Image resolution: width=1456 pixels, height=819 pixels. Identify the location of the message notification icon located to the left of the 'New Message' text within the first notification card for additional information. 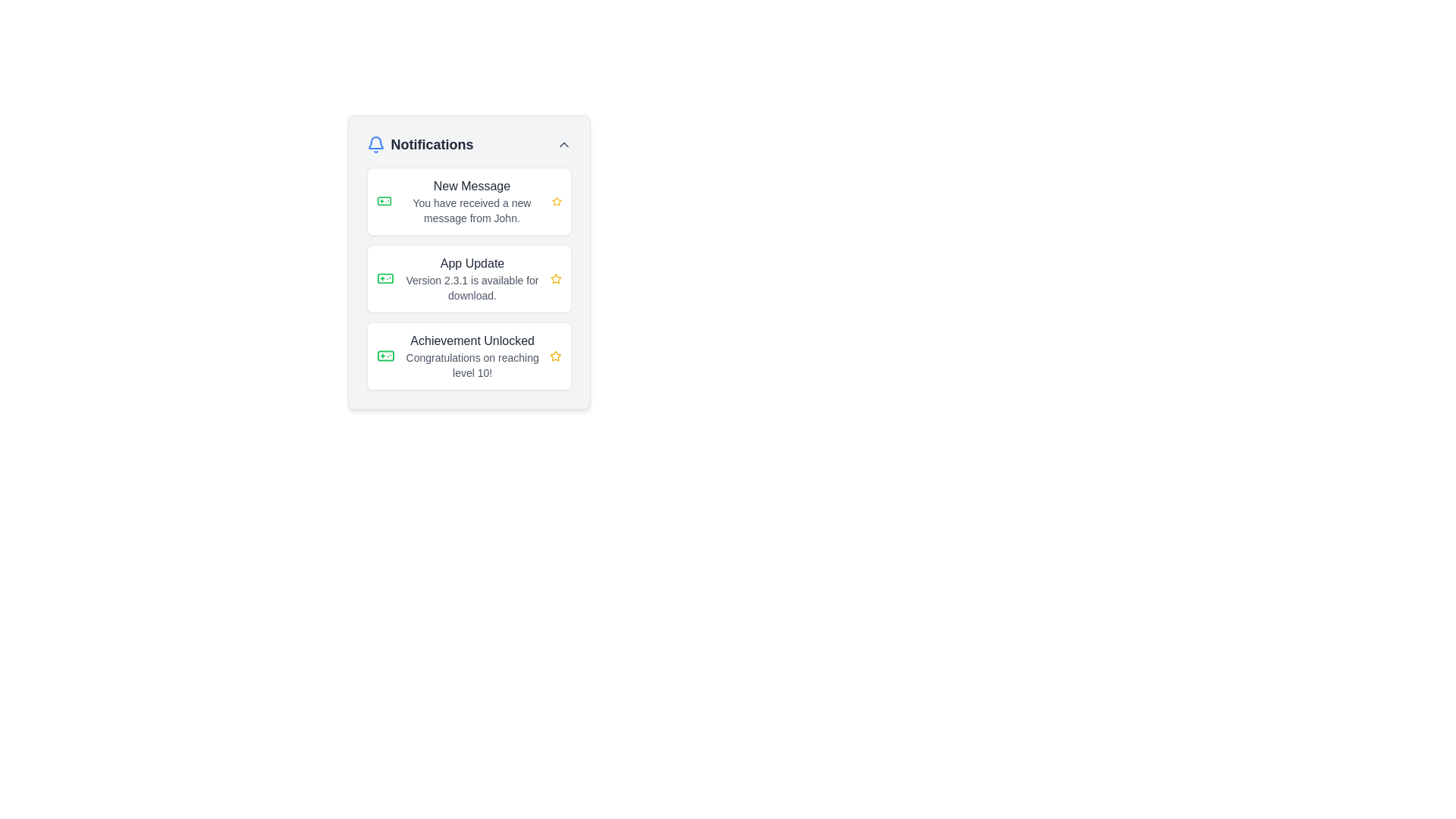
(384, 201).